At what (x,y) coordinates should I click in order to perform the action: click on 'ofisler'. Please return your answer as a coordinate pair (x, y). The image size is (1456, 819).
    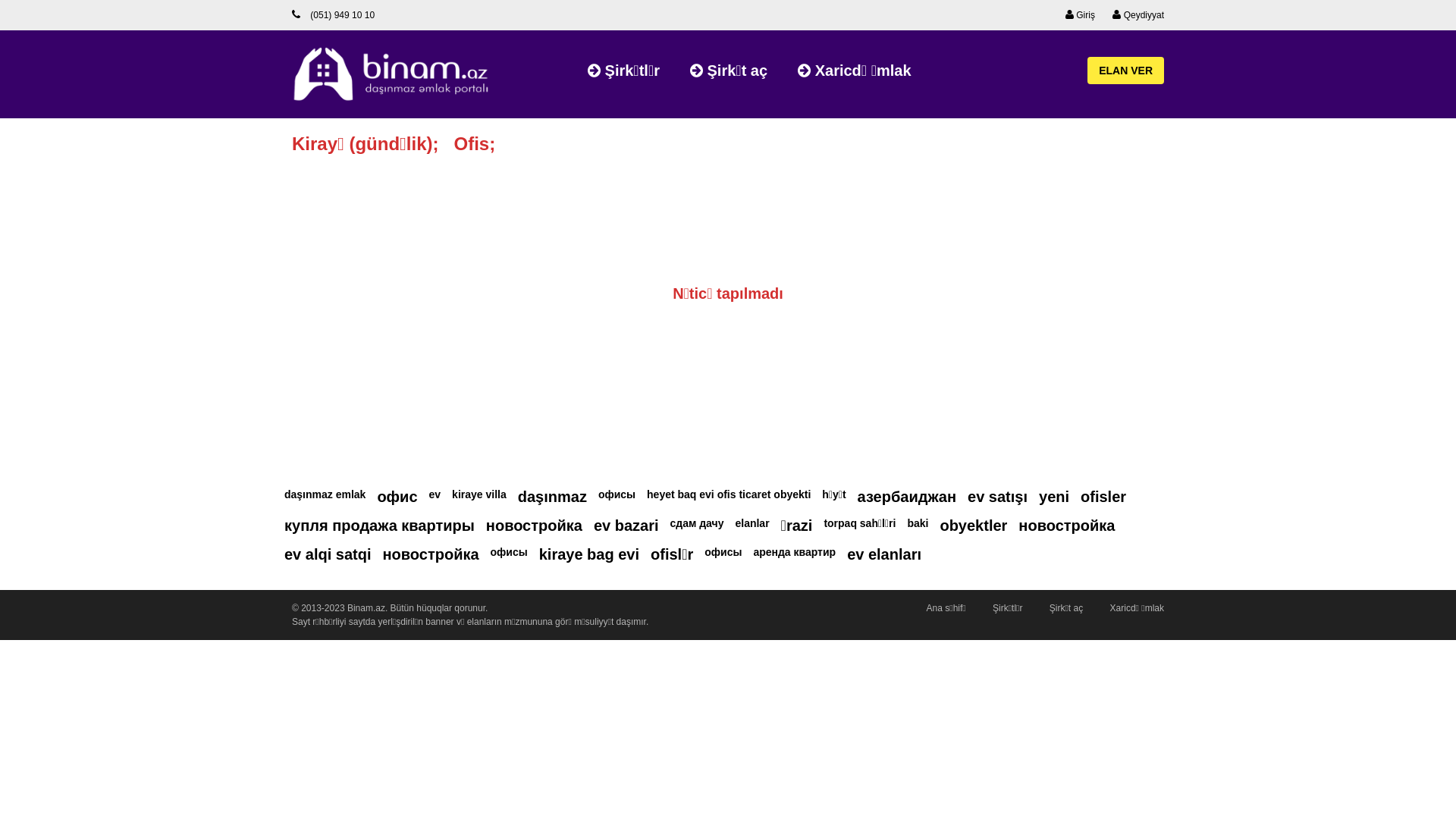
    Looking at the image, I should click on (1080, 497).